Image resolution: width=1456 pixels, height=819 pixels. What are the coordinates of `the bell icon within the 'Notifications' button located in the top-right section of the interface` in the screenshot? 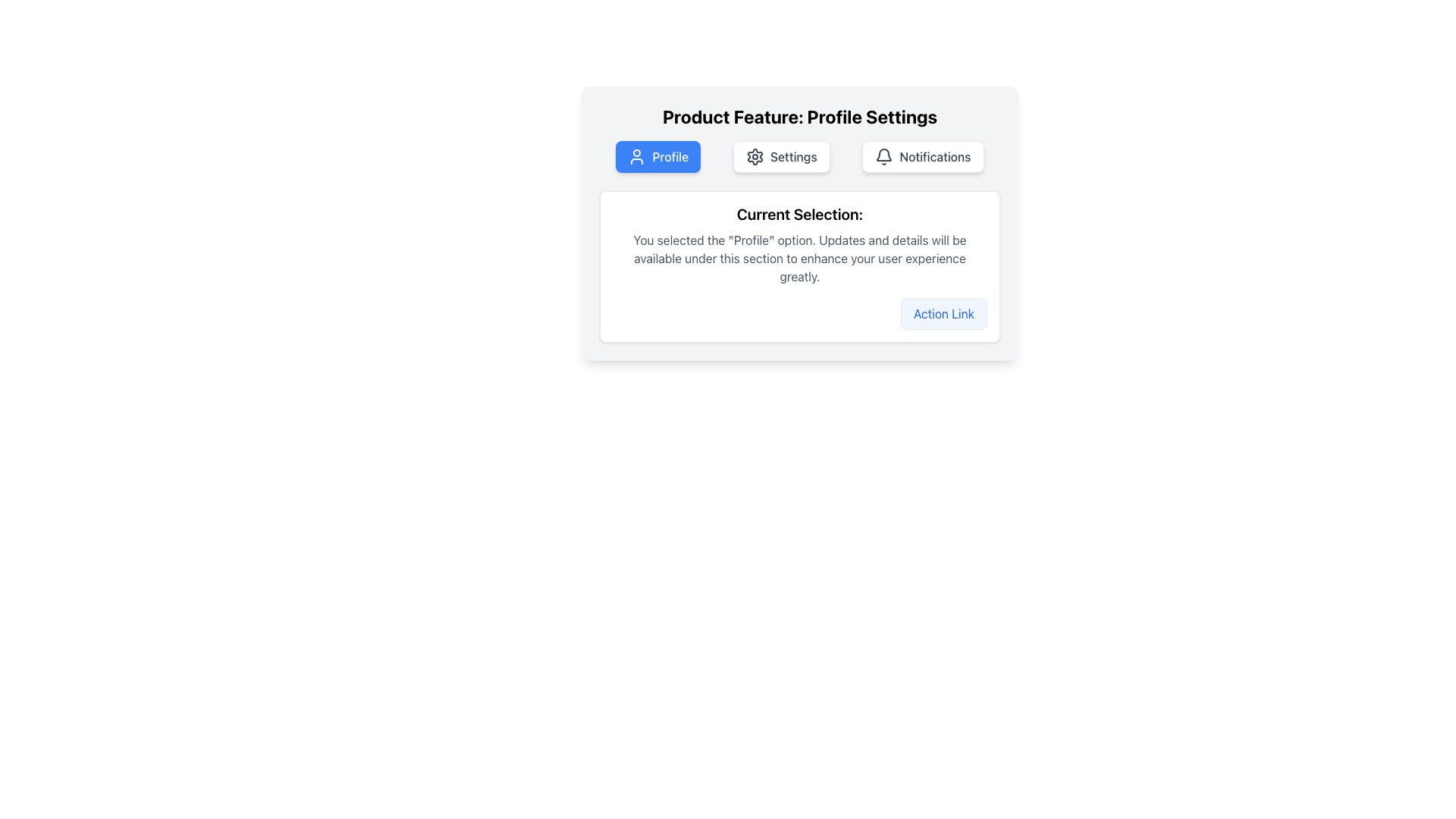 It's located at (884, 155).